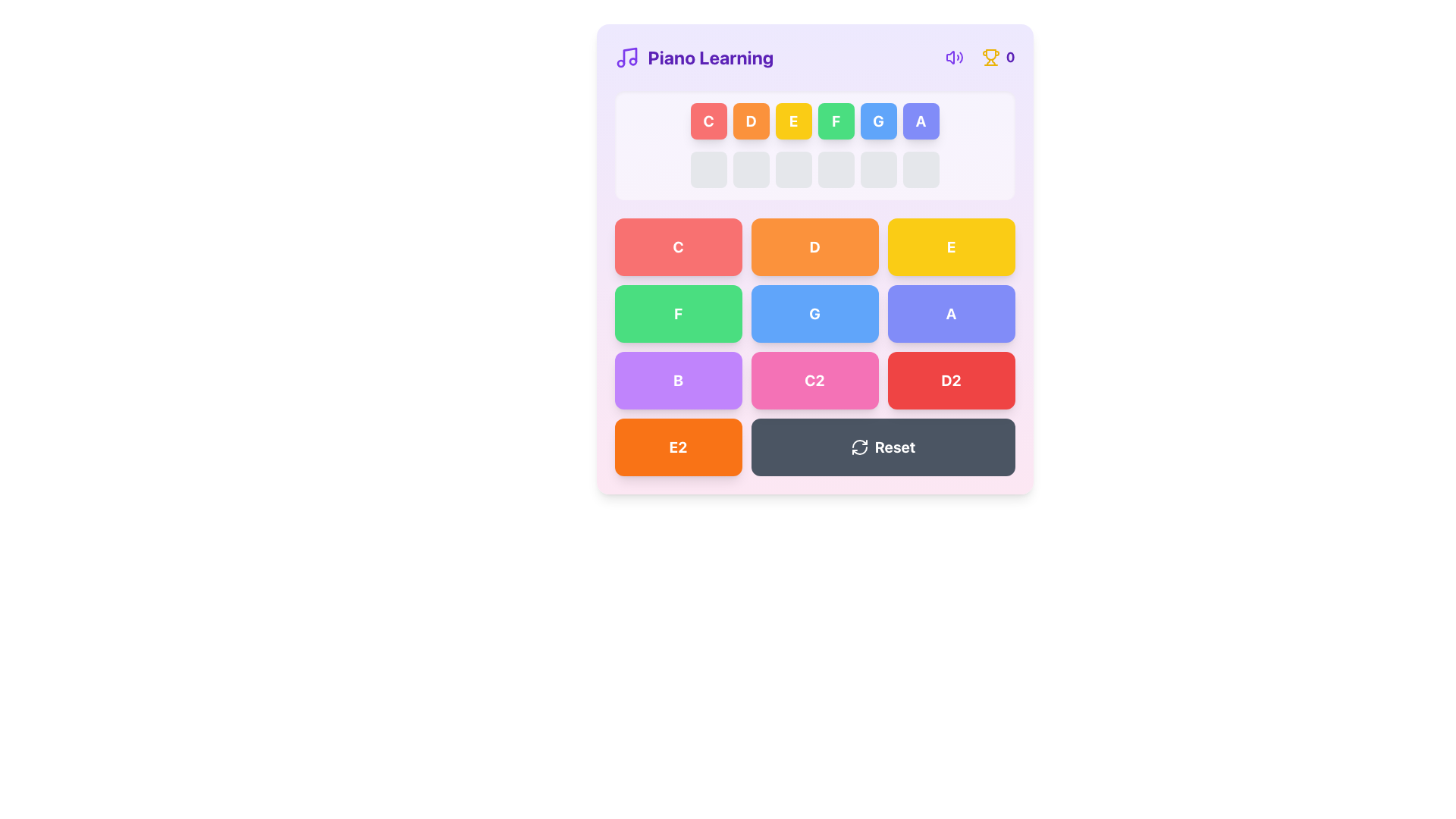  Describe the element at coordinates (1010, 57) in the screenshot. I see `the text label displaying a numeric value in the top-right corner of the interface, next to the trophy icon` at that location.